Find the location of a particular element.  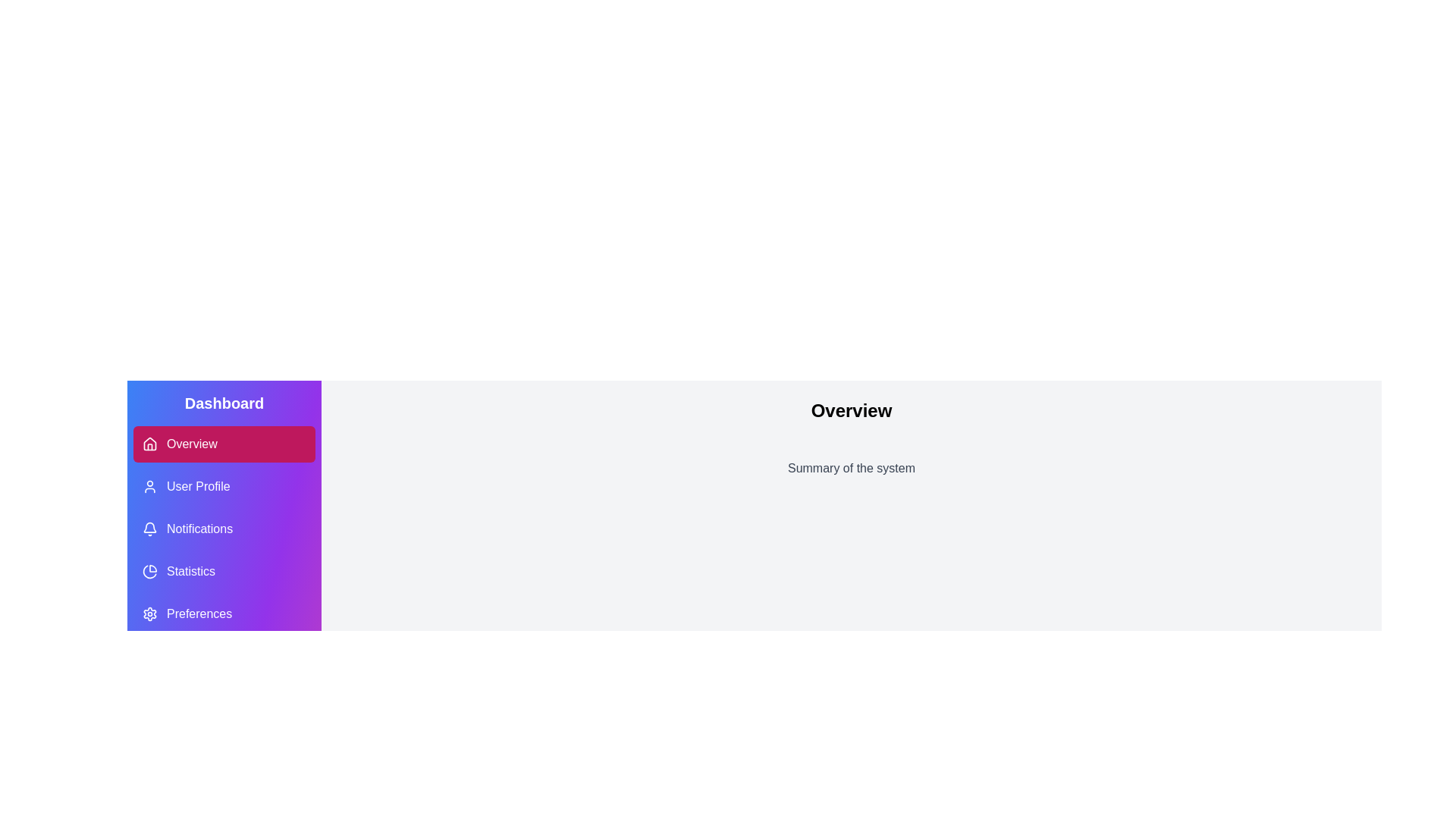

the 'Dashboard' text label, which serves as a heading indicating the current context of the section is located at coordinates (224, 403).